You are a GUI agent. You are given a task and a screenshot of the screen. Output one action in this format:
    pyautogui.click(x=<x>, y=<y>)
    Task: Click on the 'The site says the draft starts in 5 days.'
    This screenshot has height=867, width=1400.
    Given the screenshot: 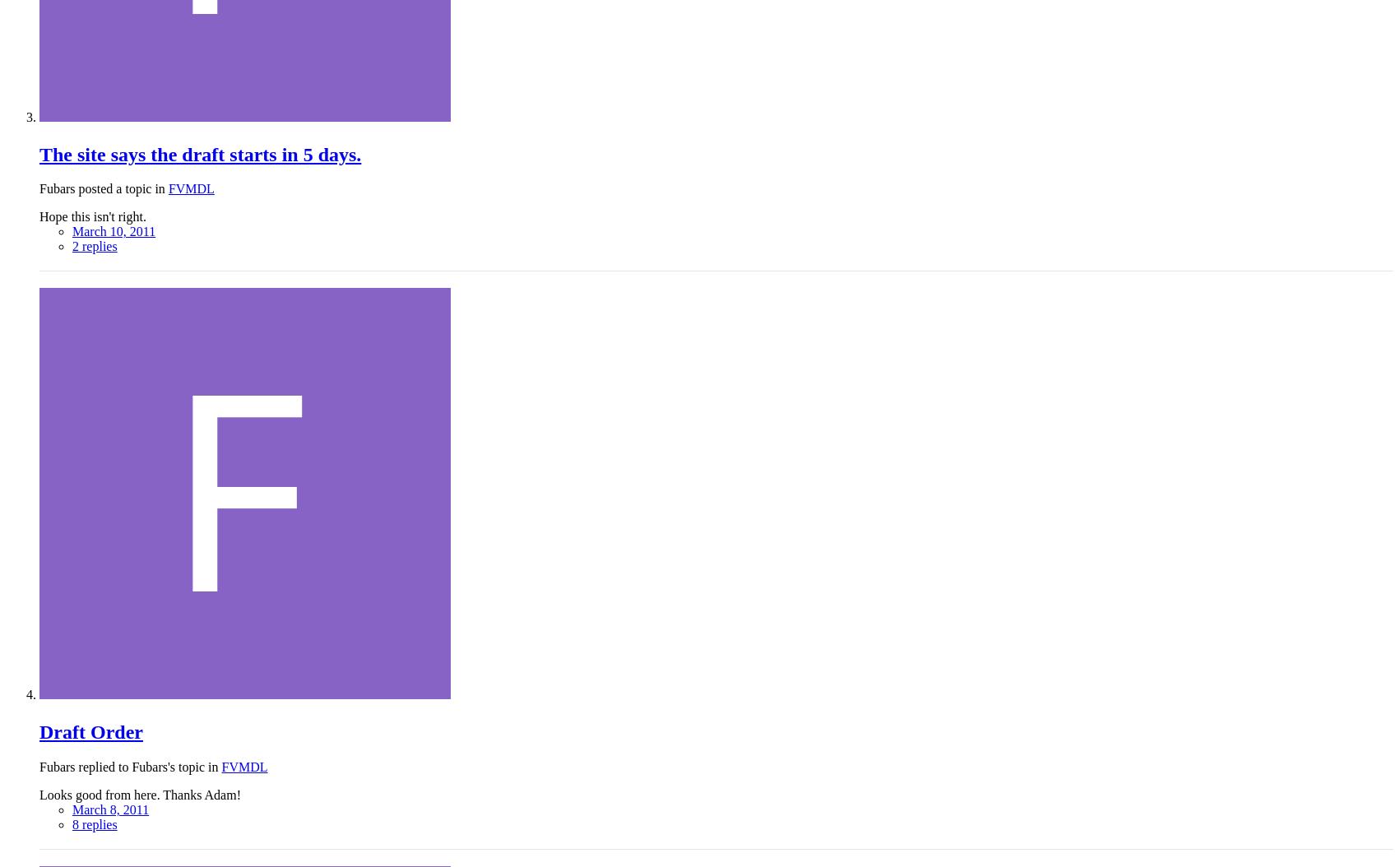 What is the action you would take?
    pyautogui.click(x=199, y=152)
    